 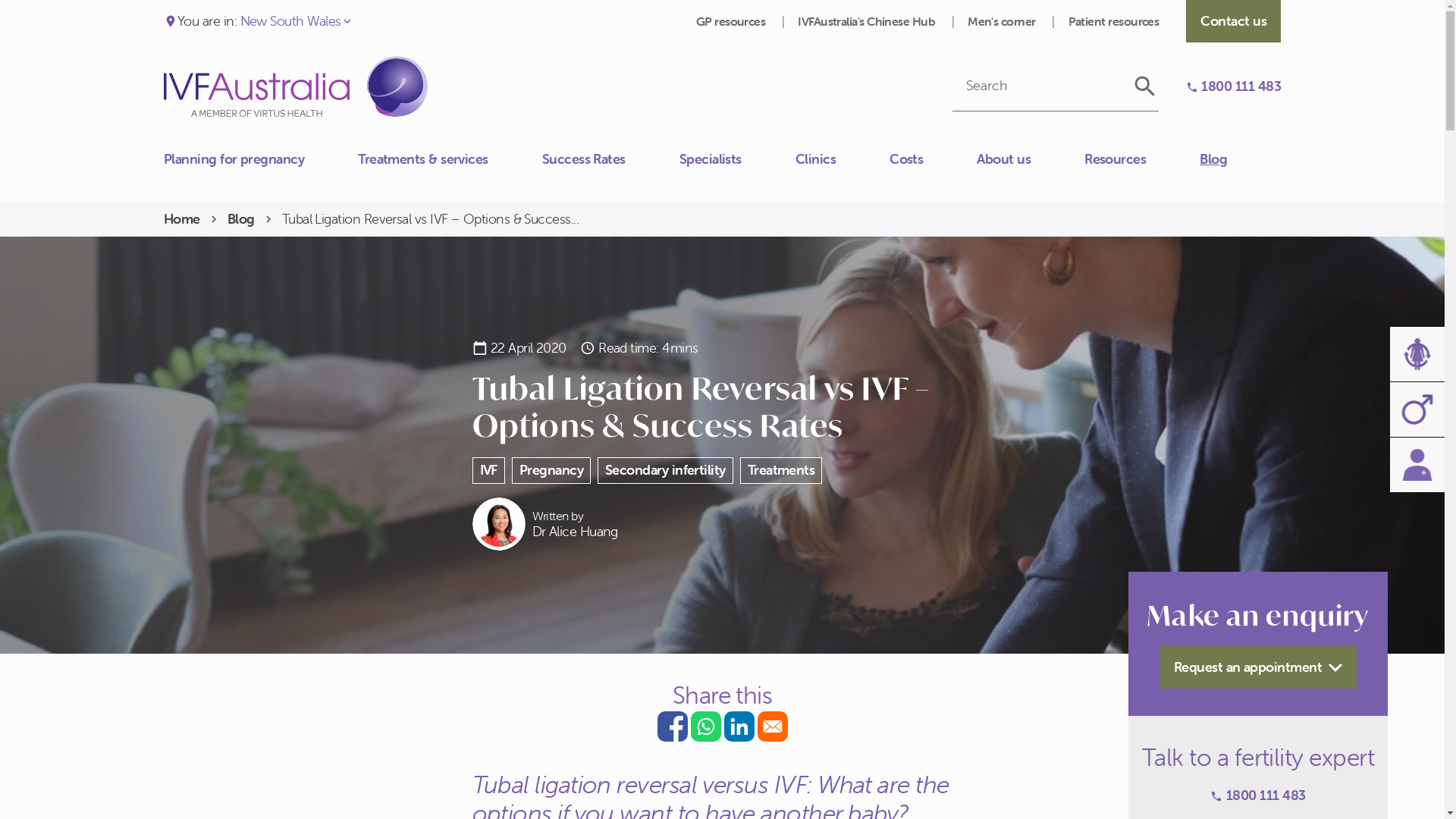 I want to click on 'Close', so click(x=164, y=151).